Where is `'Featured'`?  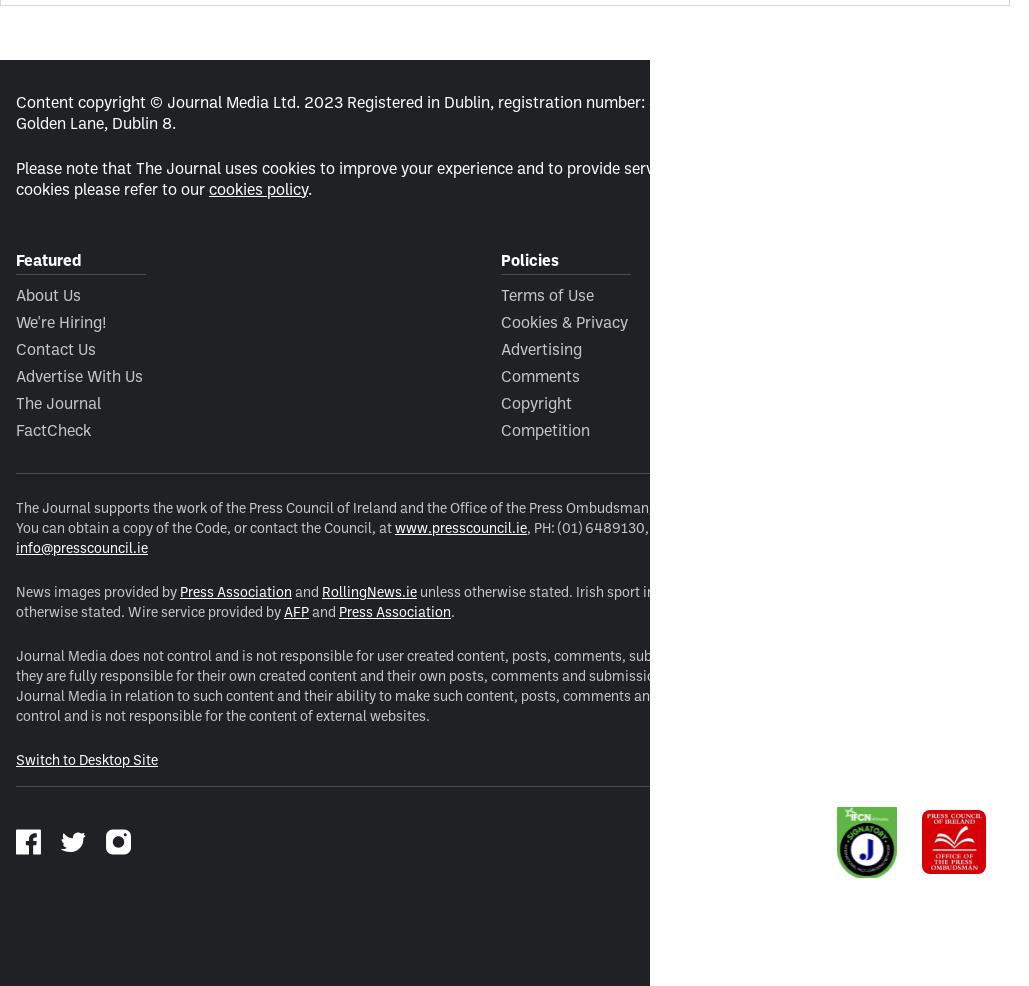 'Featured' is located at coordinates (48, 259).